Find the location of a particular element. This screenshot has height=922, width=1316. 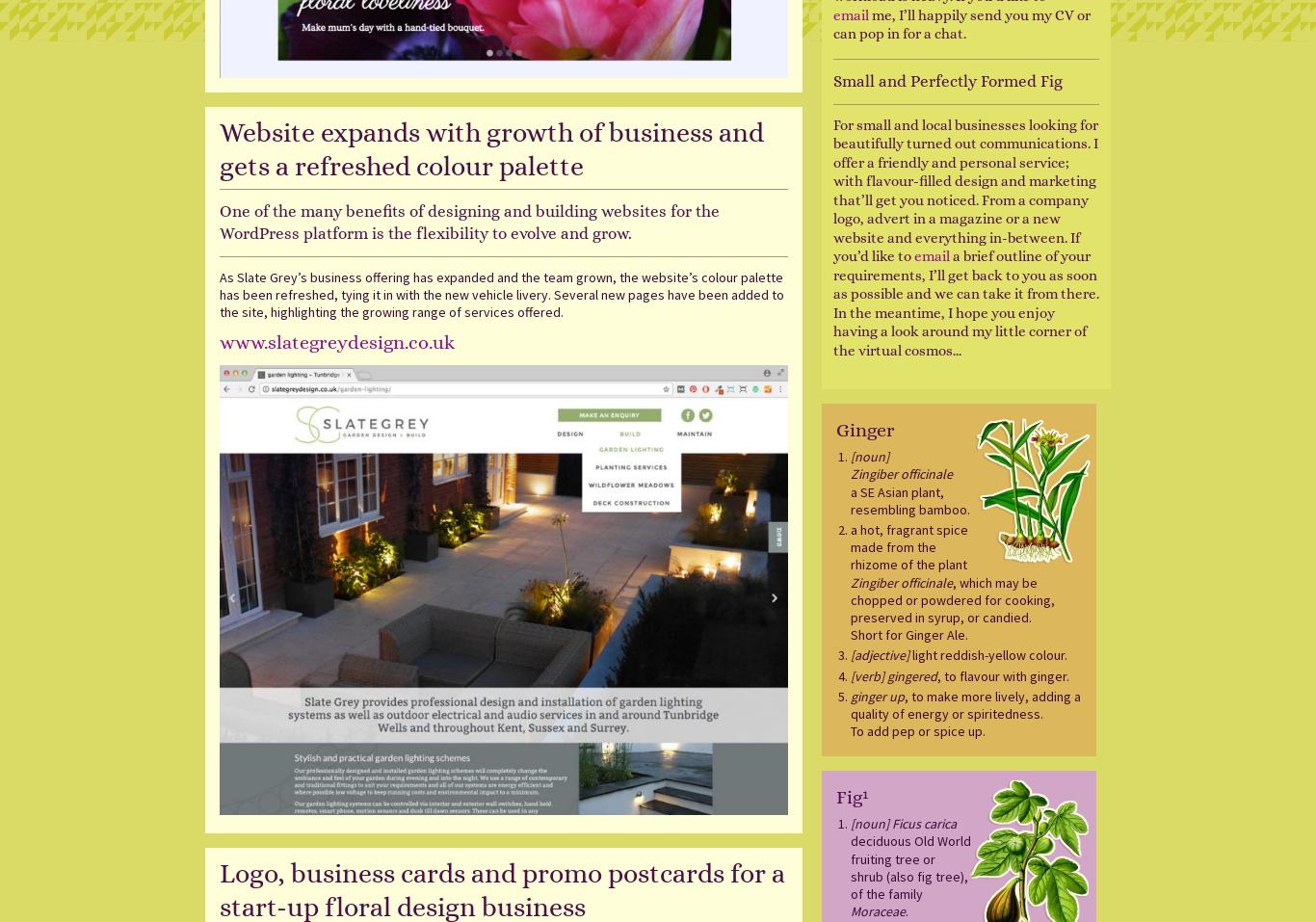

'Ginger' is located at coordinates (863, 429).